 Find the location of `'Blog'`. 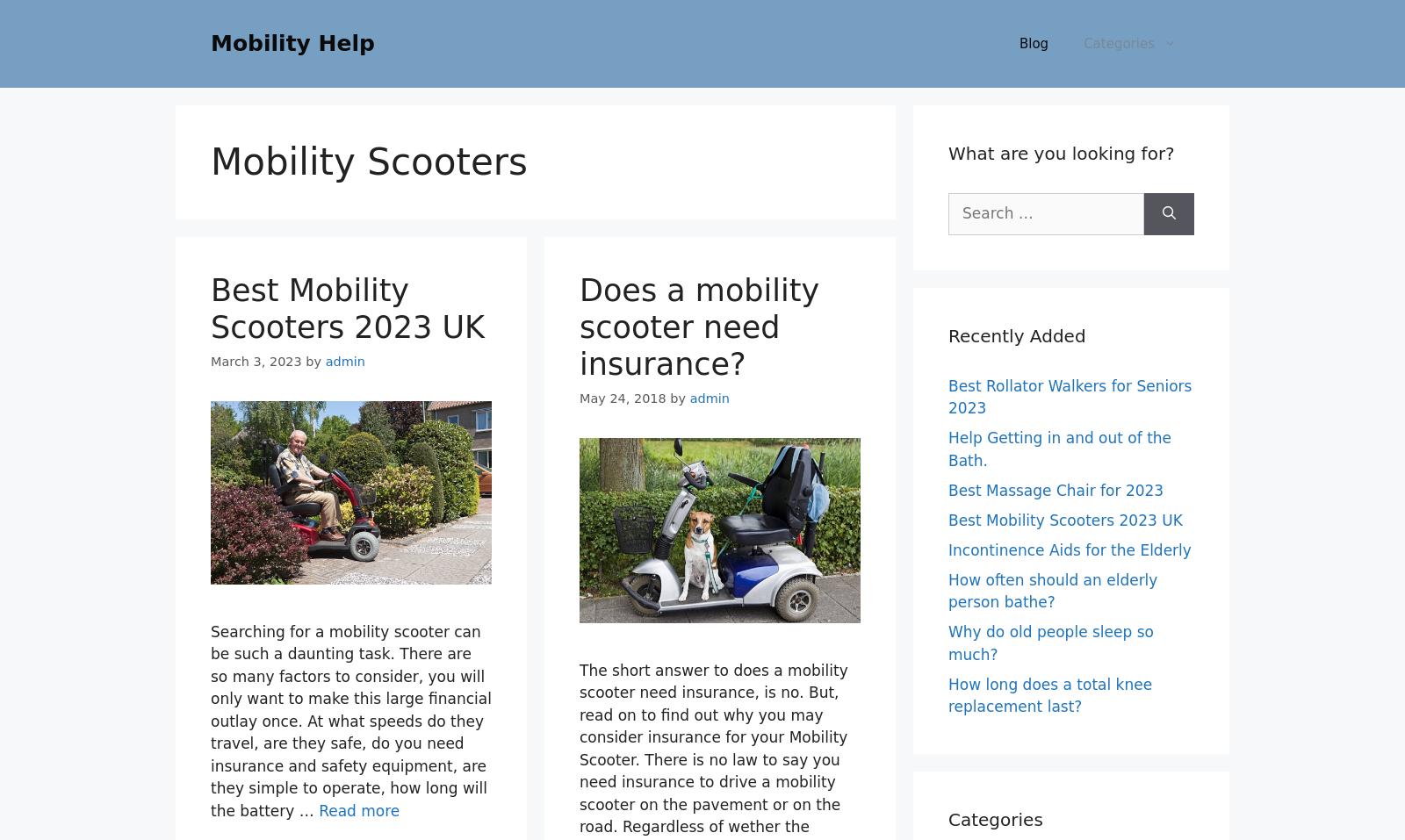

'Blog' is located at coordinates (1033, 42).